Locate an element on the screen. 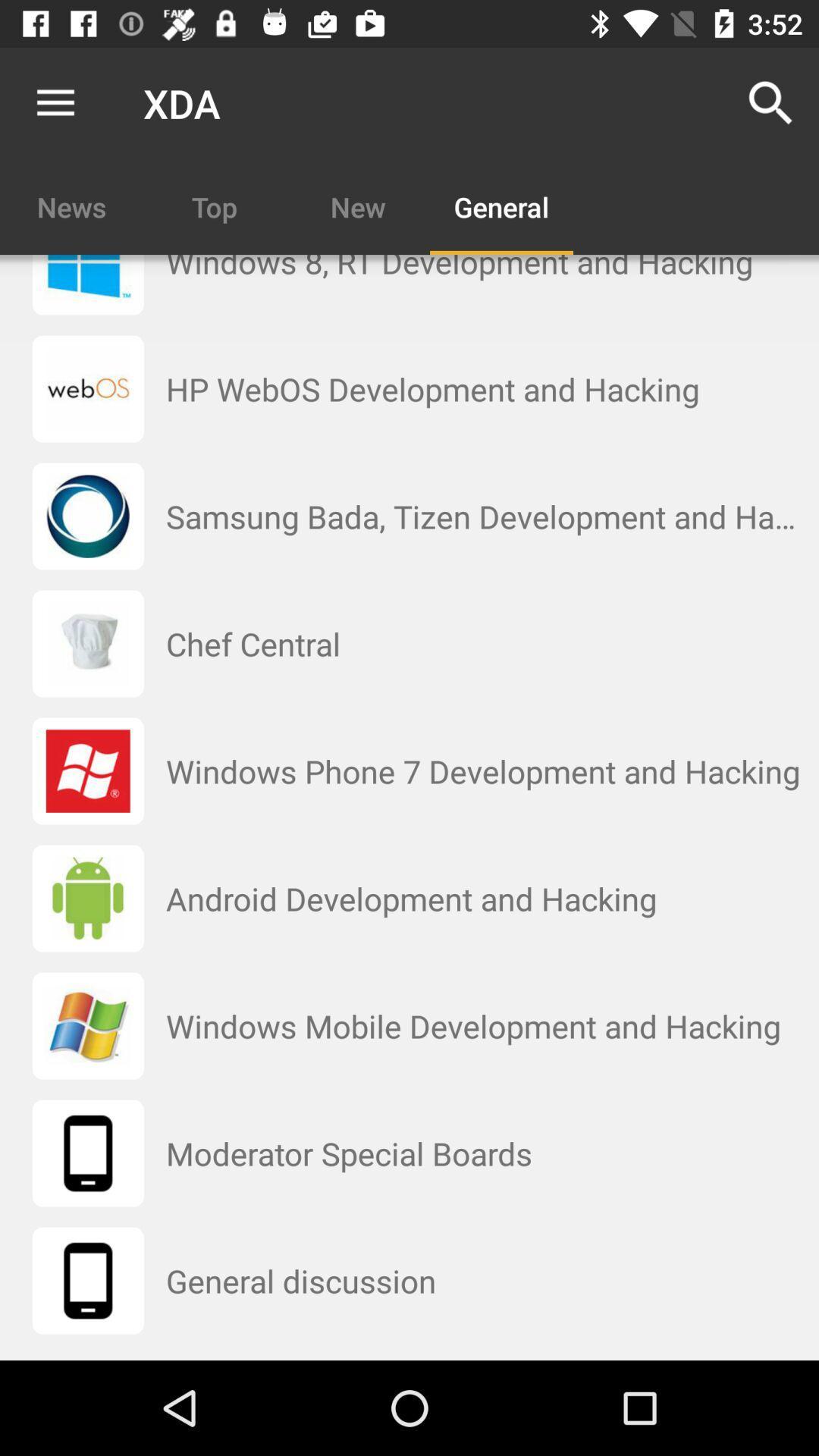  the icon at the top right corner is located at coordinates (771, 102).